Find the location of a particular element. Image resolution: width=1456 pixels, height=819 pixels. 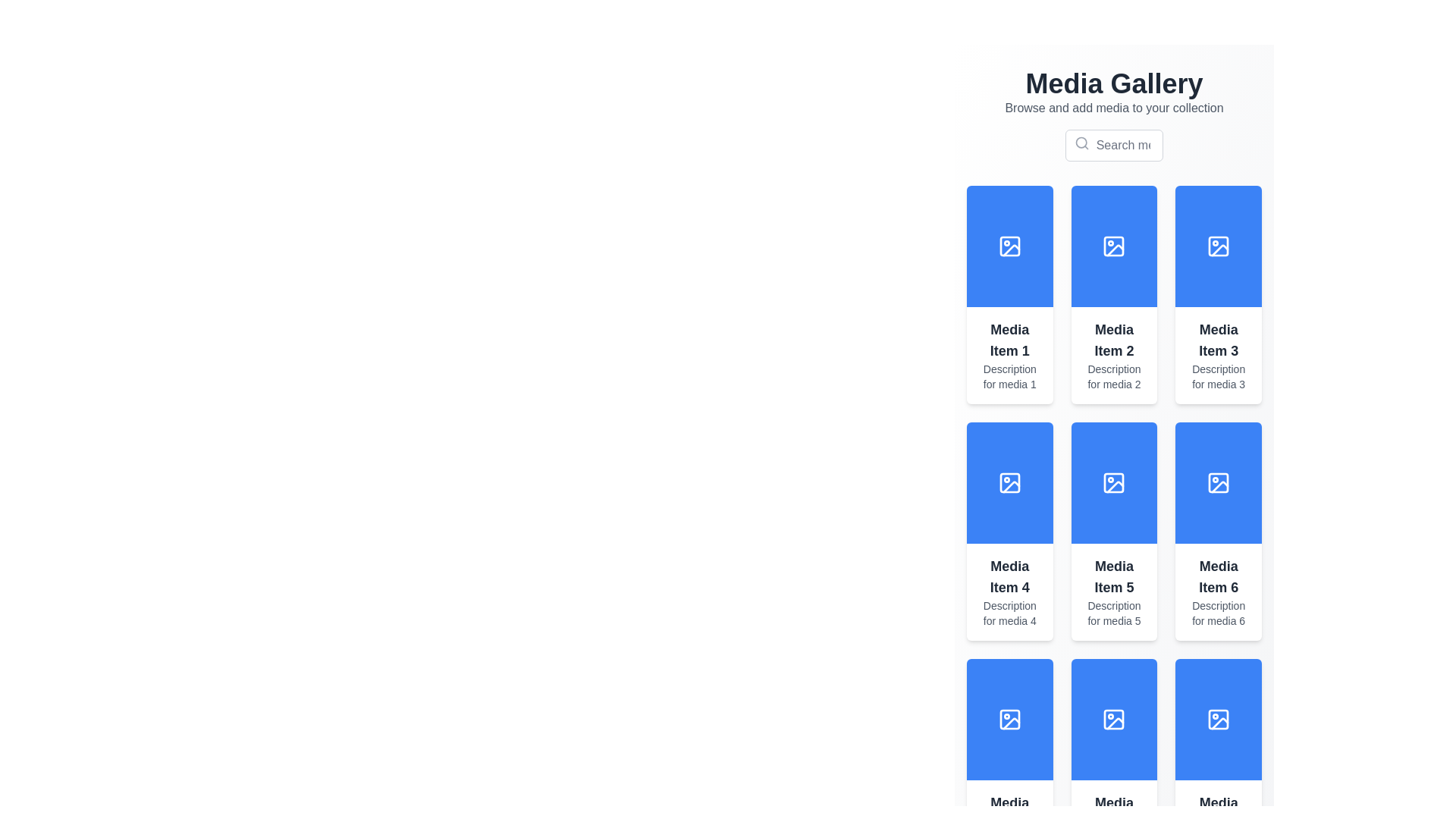

the media icon located at the center of the blue card is located at coordinates (1114, 718).